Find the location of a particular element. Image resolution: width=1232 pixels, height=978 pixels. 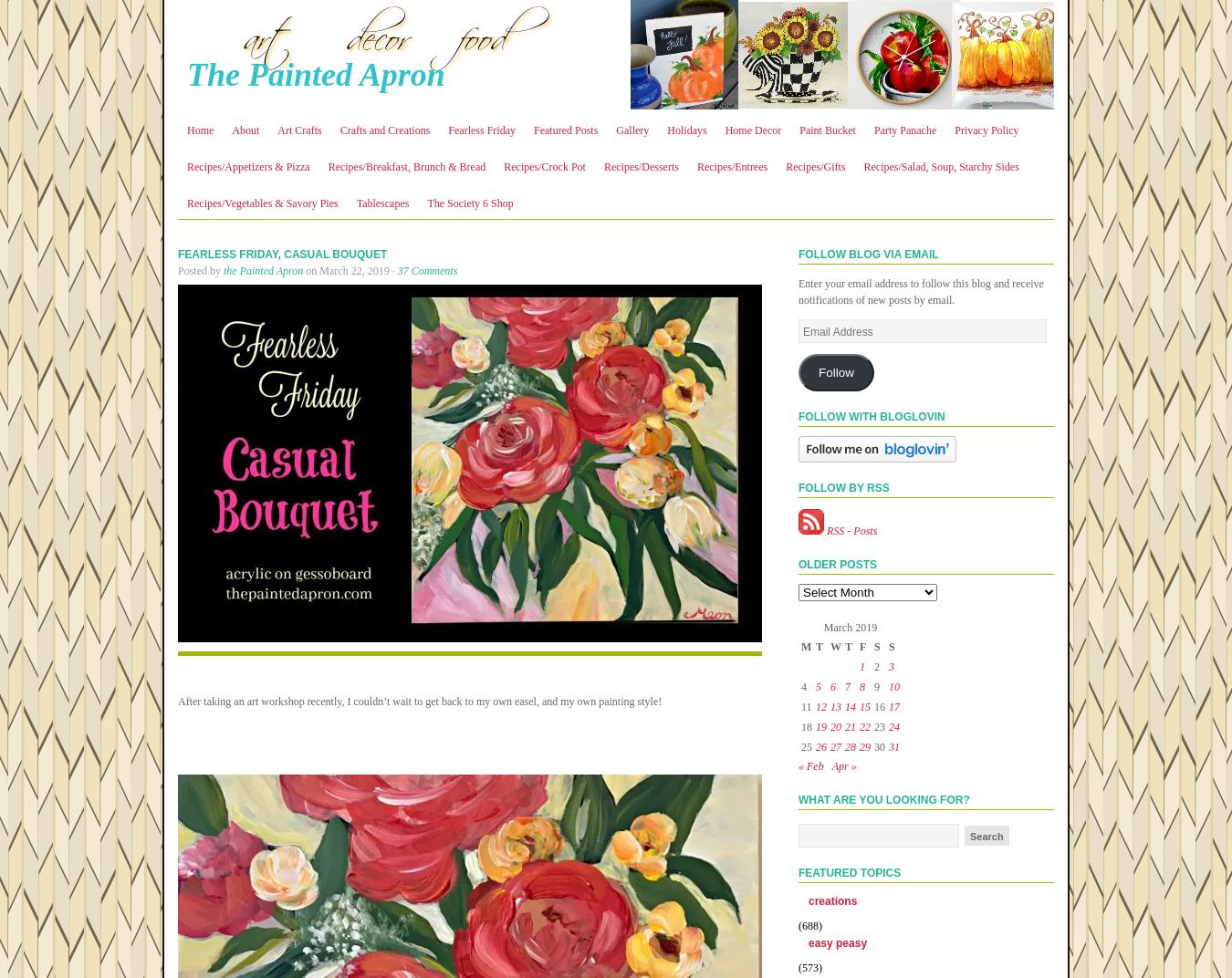

'creations' is located at coordinates (831, 900).